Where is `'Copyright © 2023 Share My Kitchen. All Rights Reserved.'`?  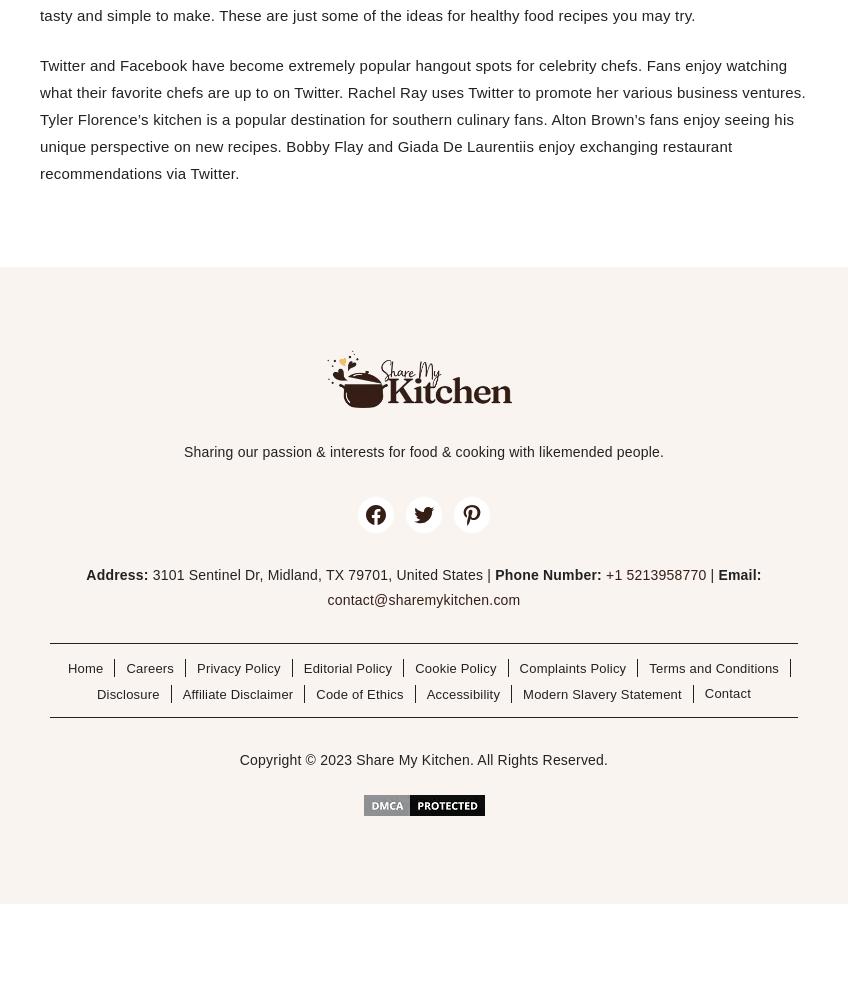 'Copyright © 2023 Share My Kitchen. All Rights Reserved.' is located at coordinates (423, 759).